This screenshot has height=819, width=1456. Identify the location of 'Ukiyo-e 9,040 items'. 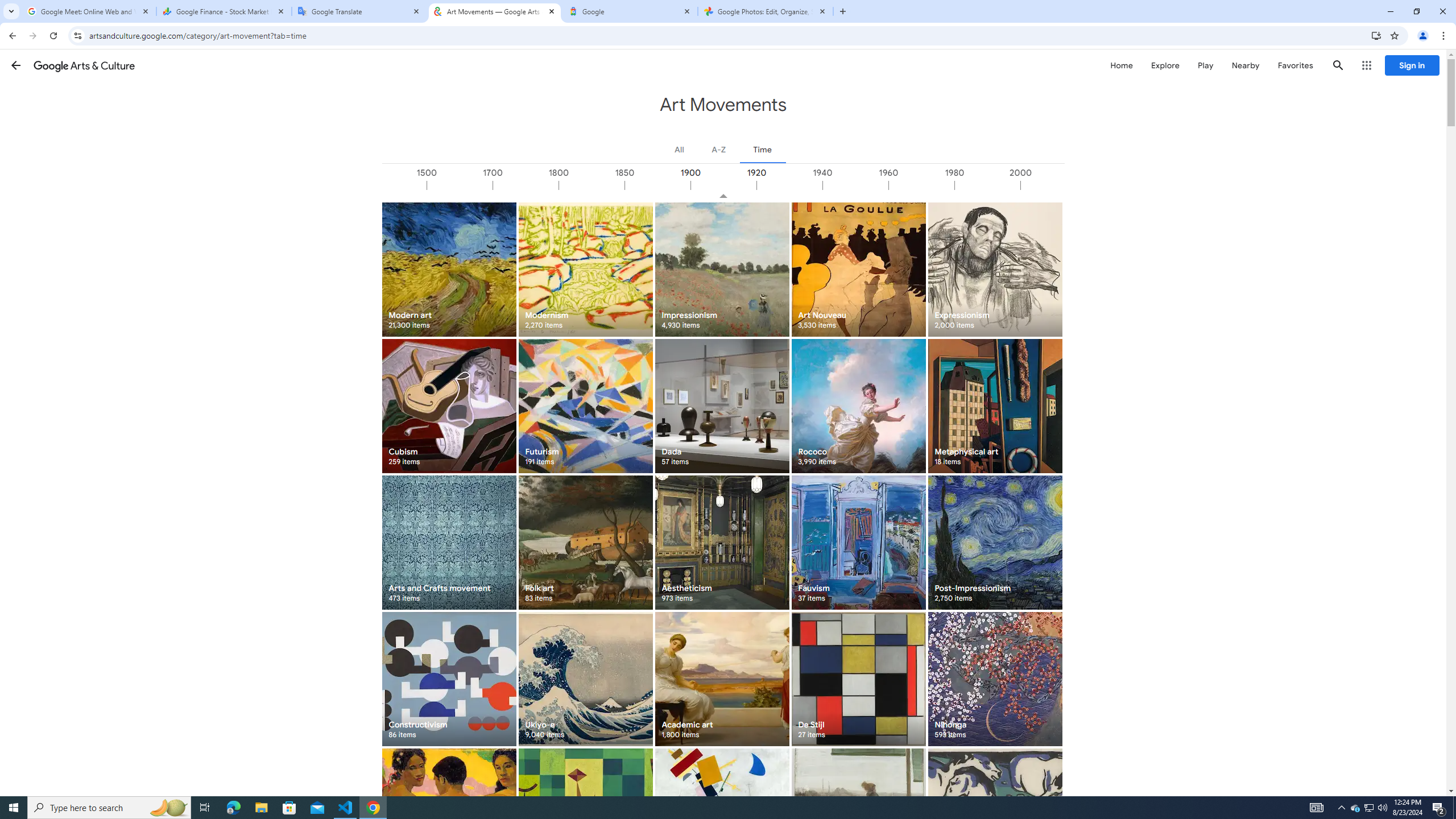
(585, 678).